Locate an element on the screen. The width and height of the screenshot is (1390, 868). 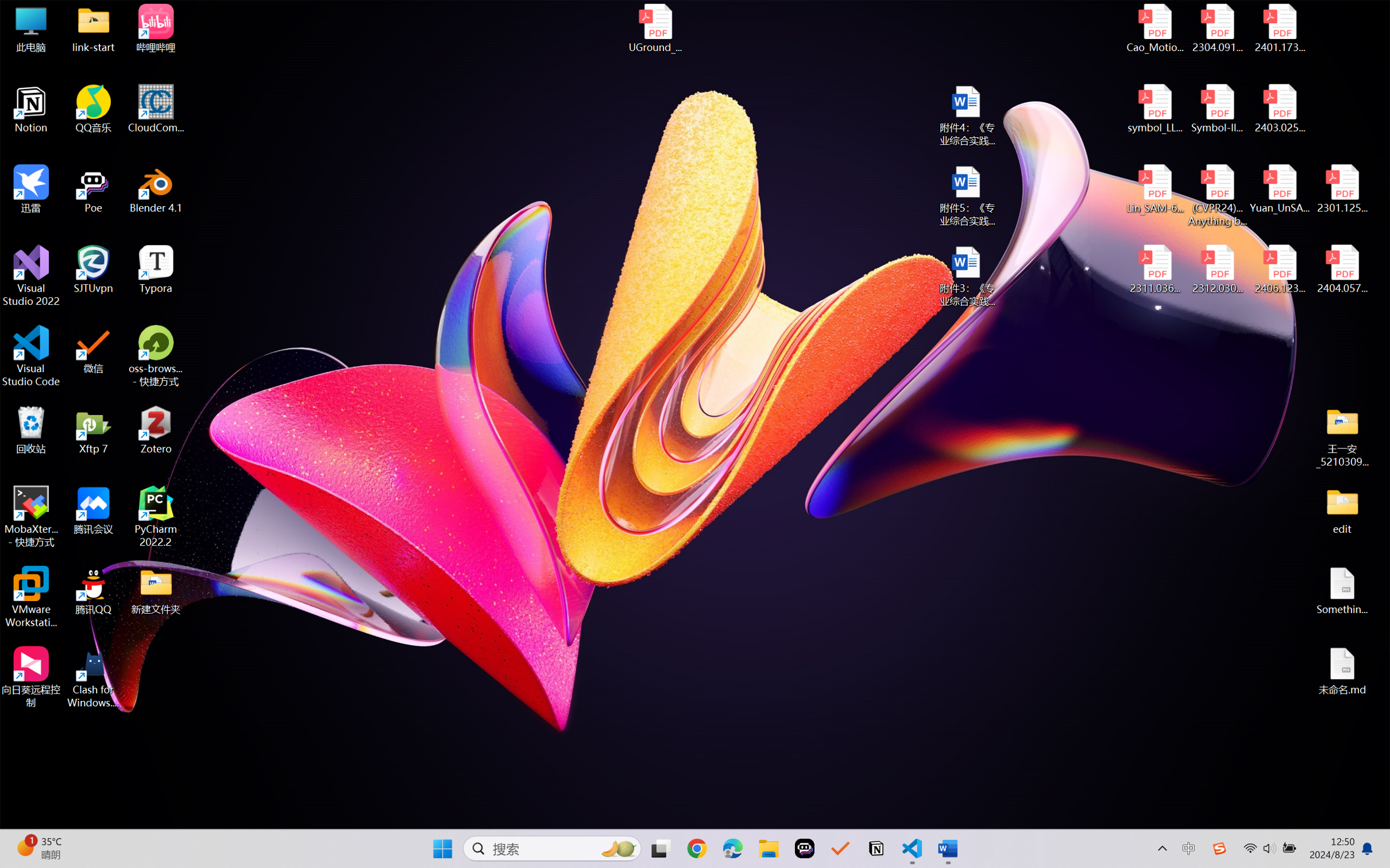
'Visual Studio 2022' is located at coordinates (30, 276).